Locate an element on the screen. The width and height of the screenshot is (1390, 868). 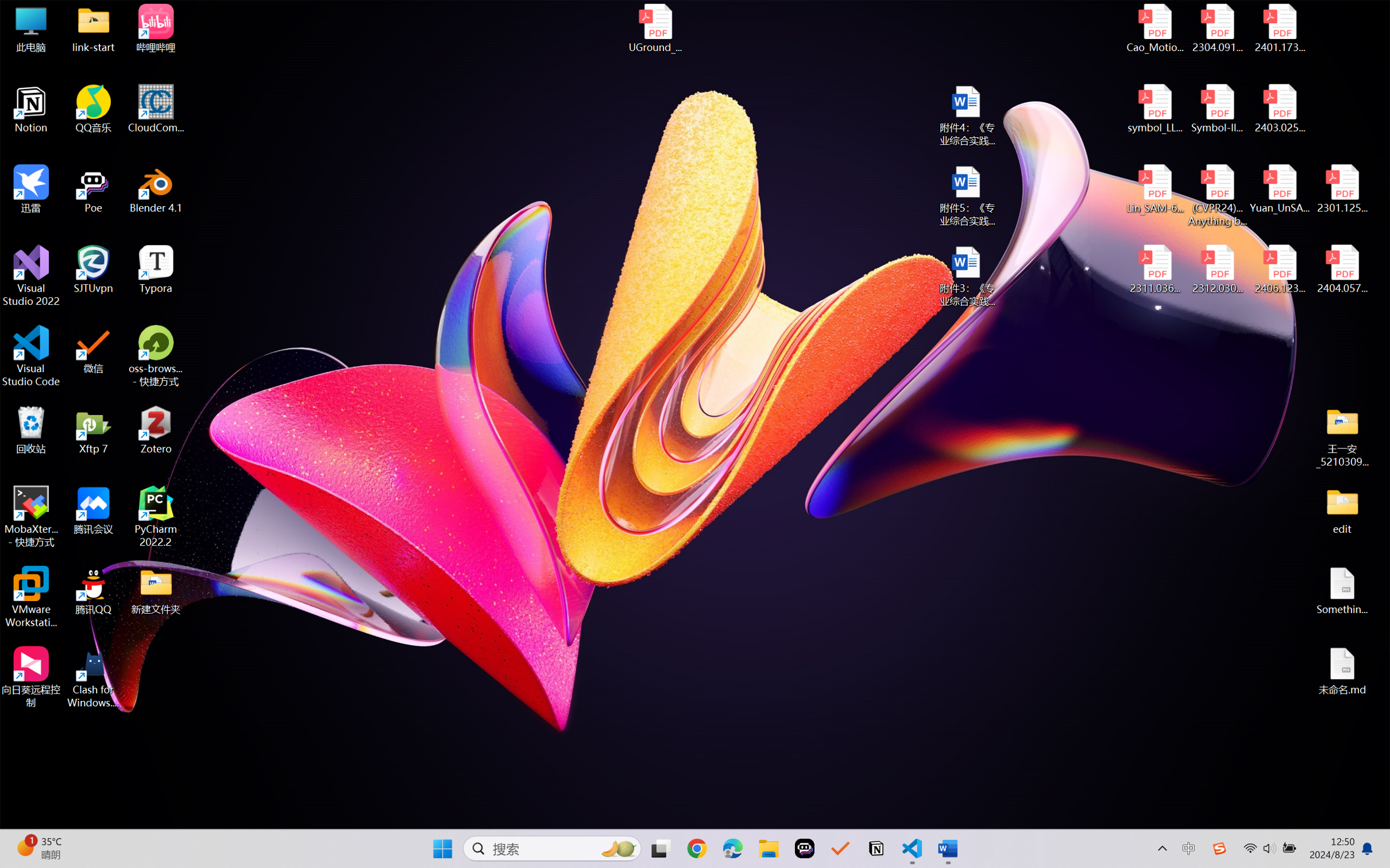
'Visual Studio 2022' is located at coordinates (30, 276).